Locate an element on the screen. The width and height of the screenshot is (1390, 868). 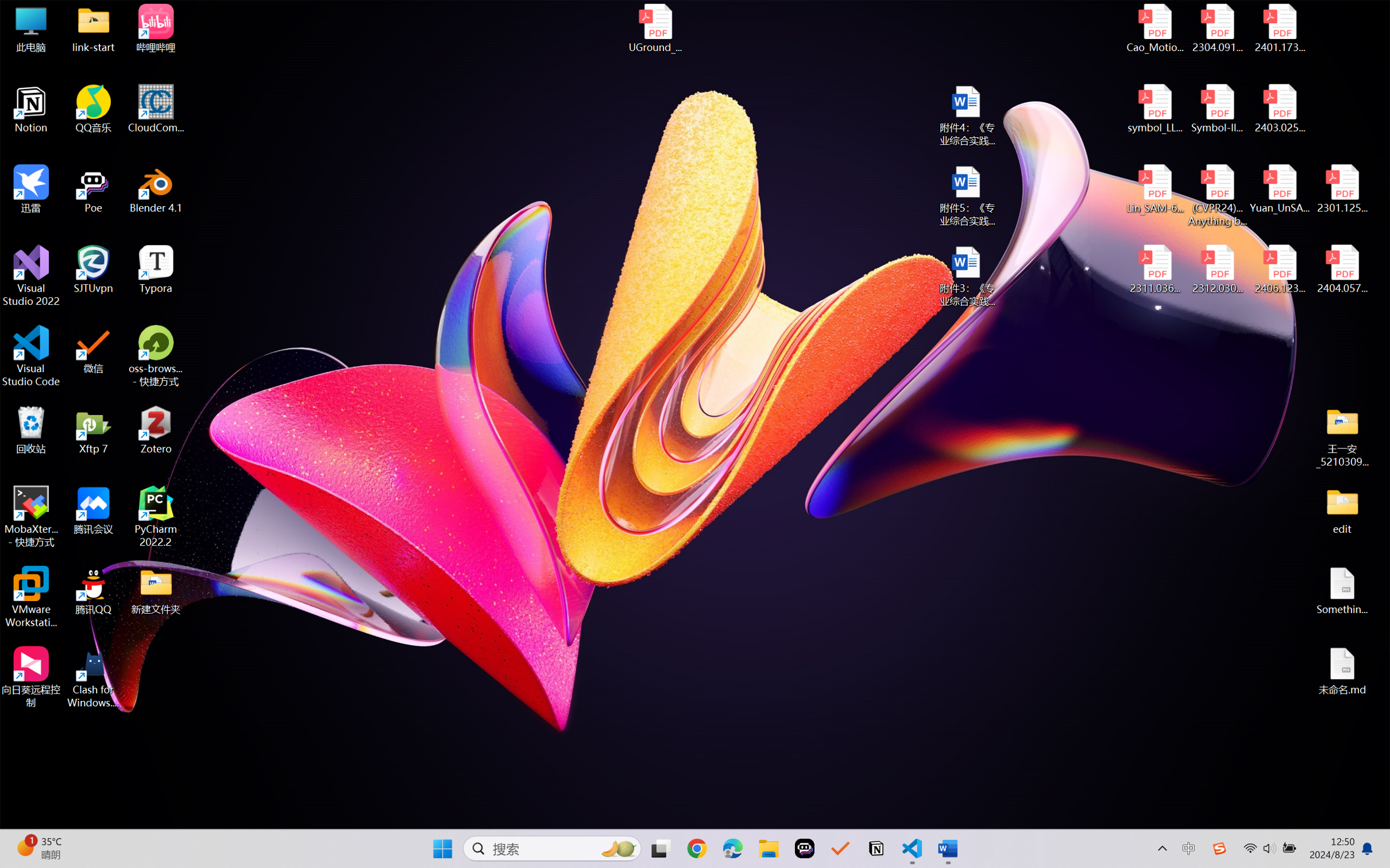
'Visual Studio 2022' is located at coordinates (30, 276).